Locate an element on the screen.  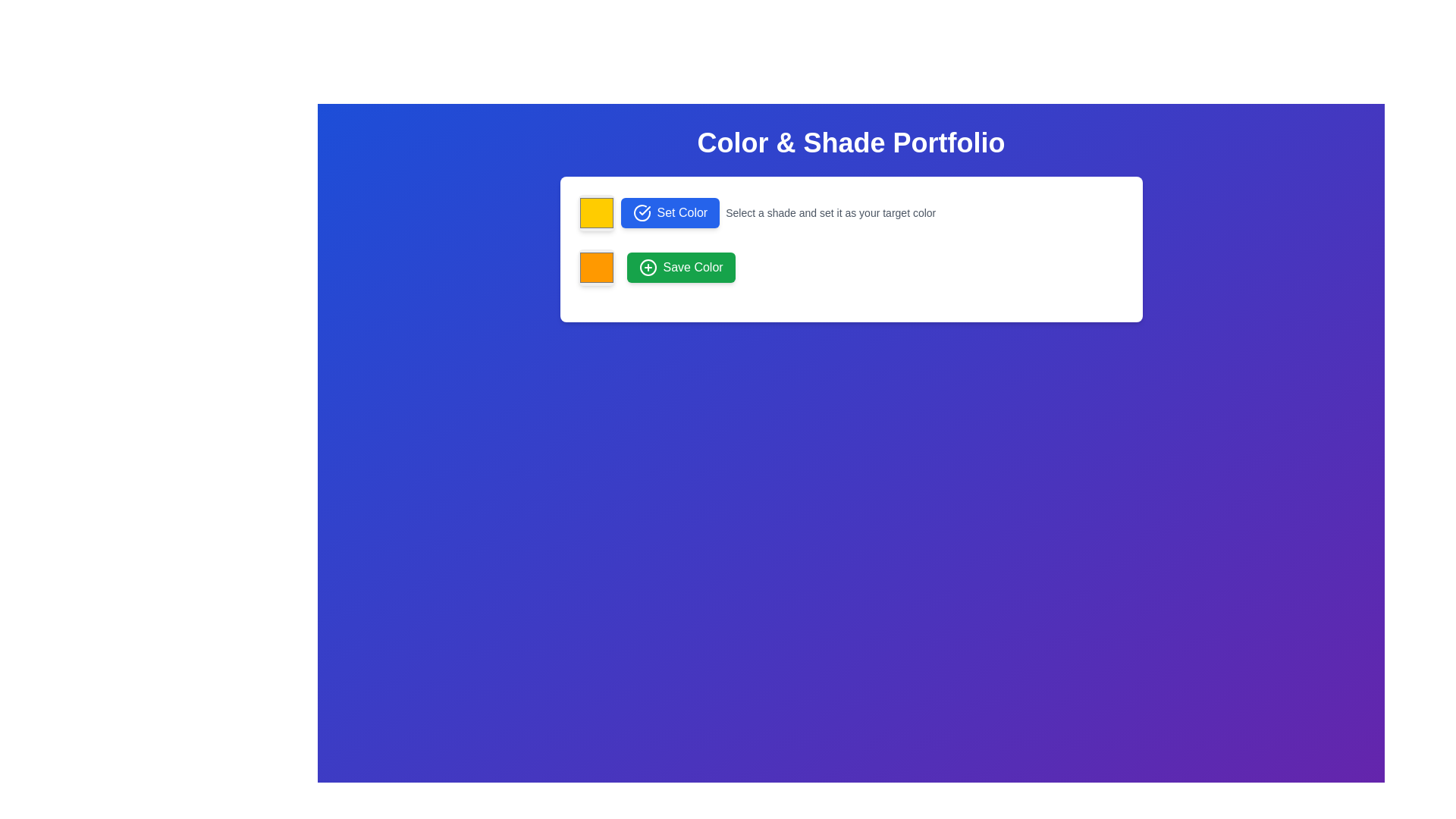
the color picker or display box located at the top-left corner of the card-like section is located at coordinates (595, 213).